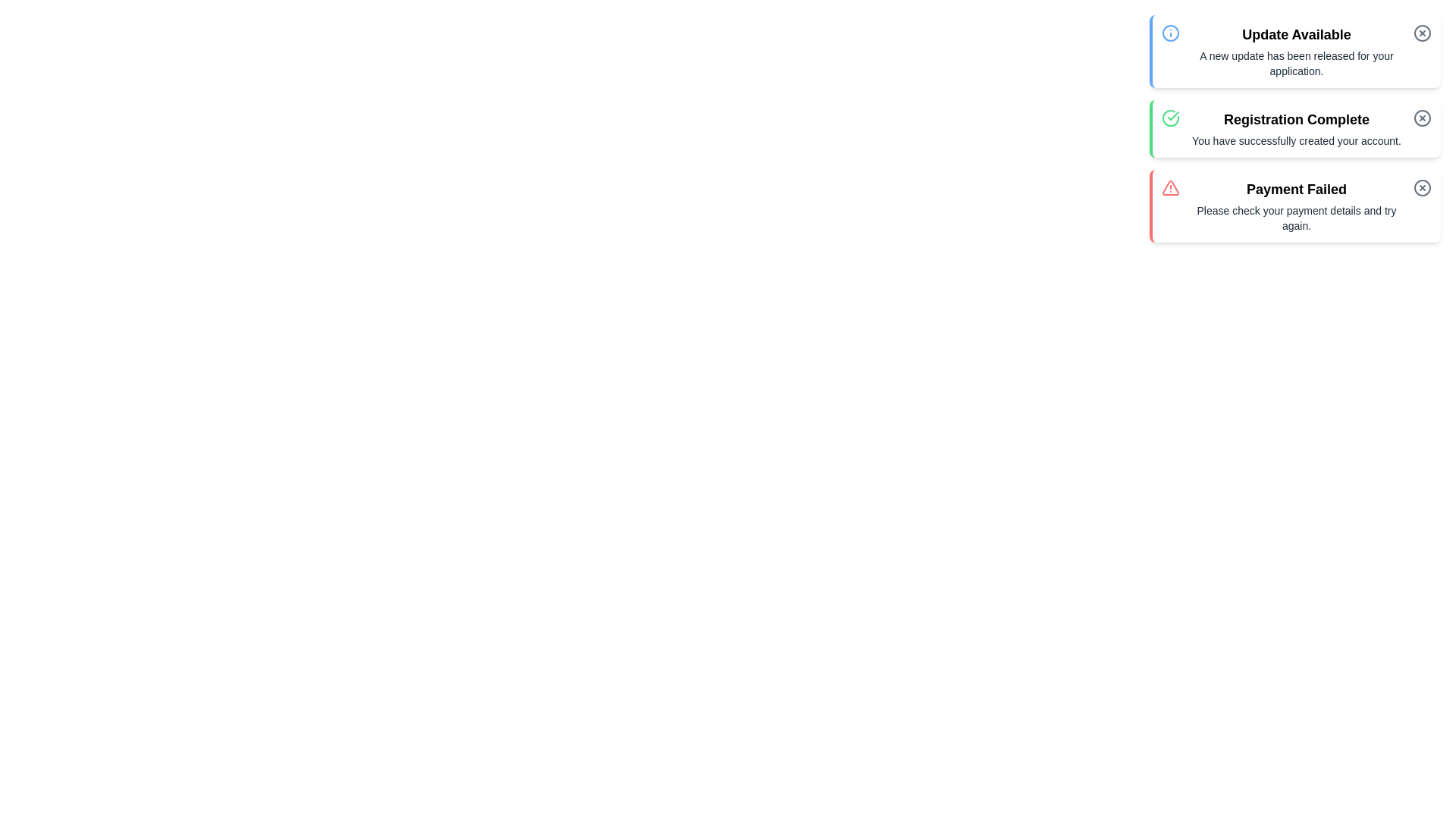  What do you see at coordinates (1170, 187) in the screenshot?
I see `the red triangular warning icon located to the left of the 'Payment Failed' notification message` at bounding box center [1170, 187].